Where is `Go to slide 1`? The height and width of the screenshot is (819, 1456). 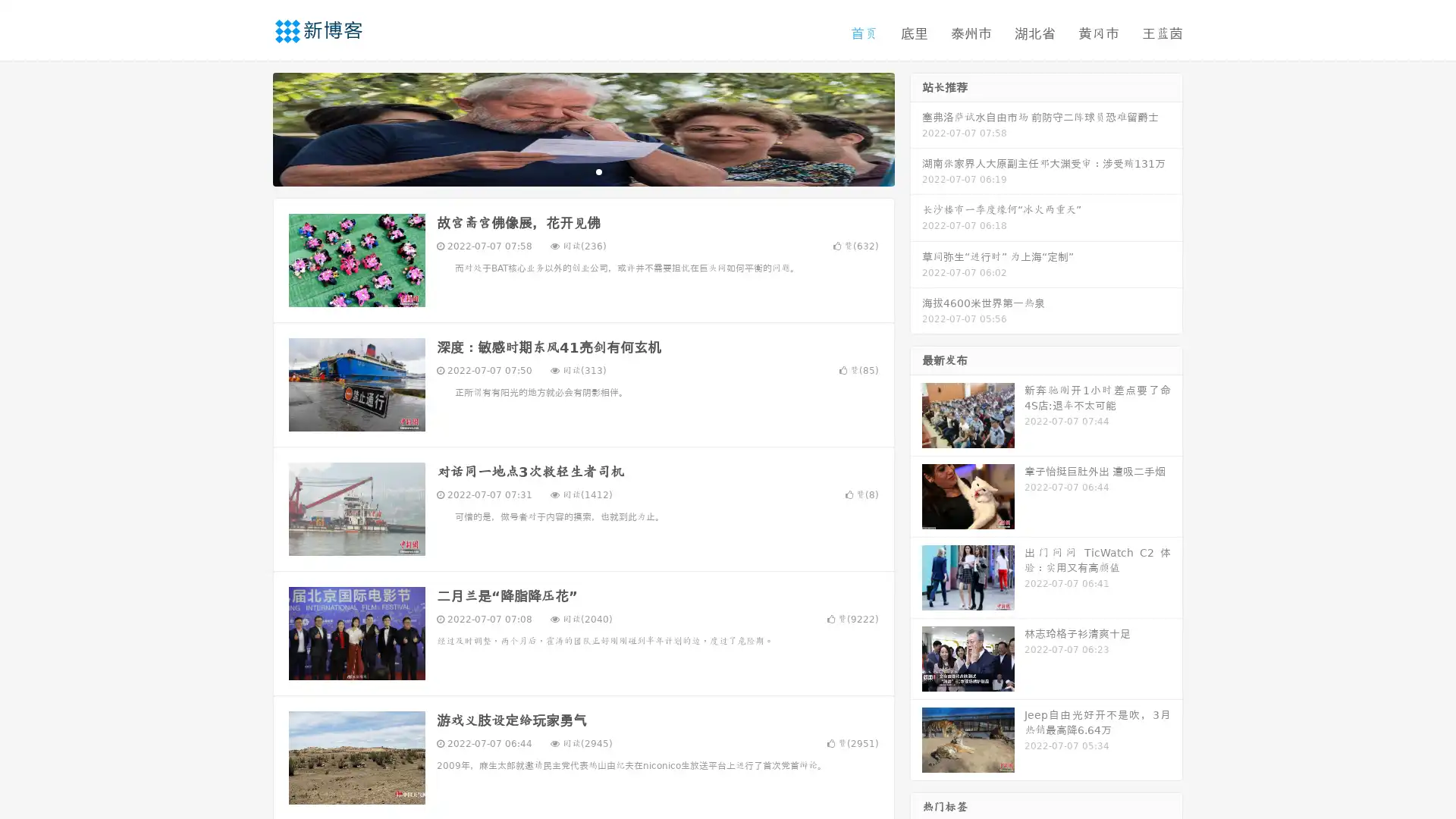 Go to slide 1 is located at coordinates (567, 171).